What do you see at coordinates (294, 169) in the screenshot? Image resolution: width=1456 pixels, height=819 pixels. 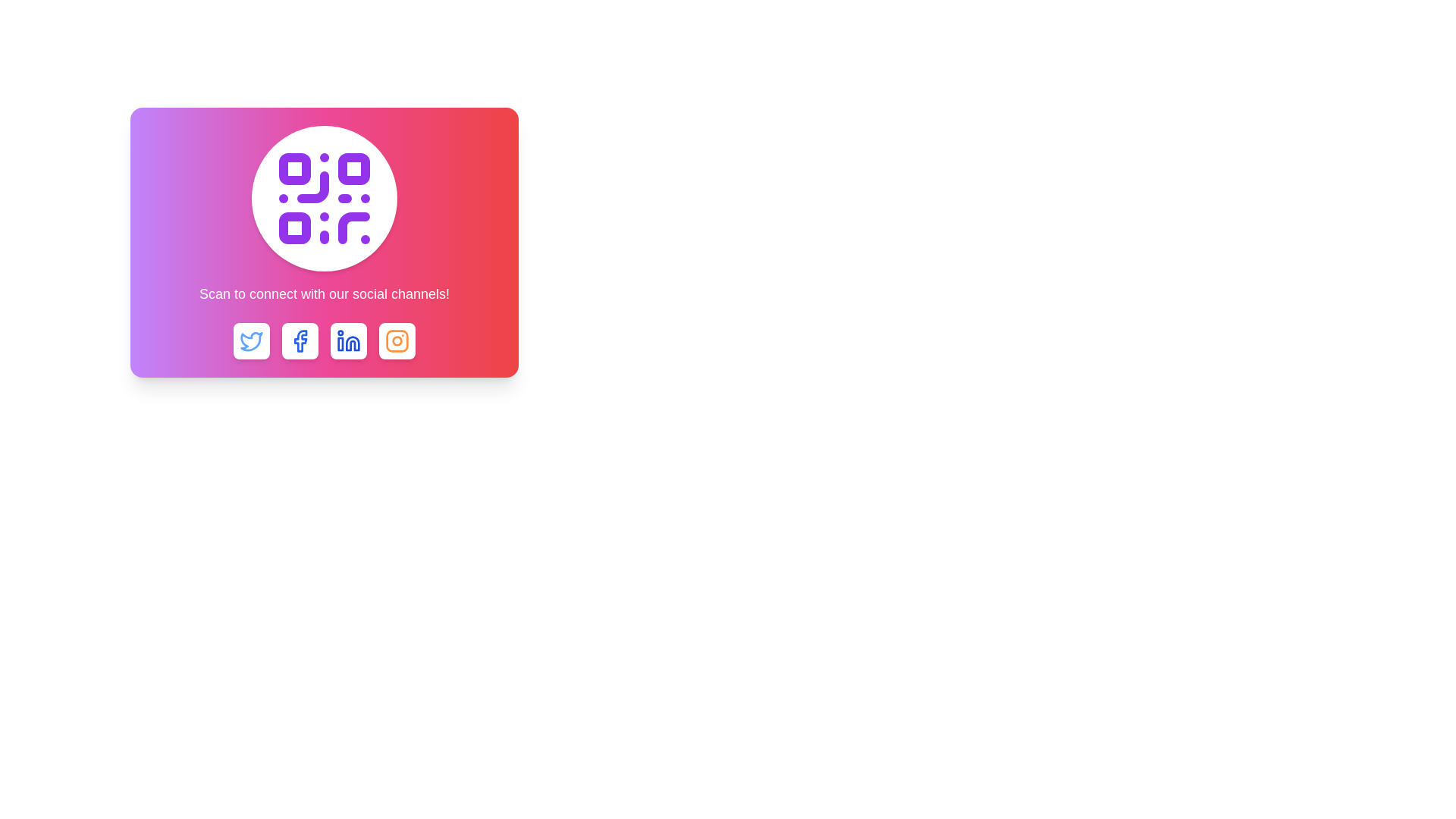 I see `the decorative graphical element that is the top-left square of the QR code icon` at bounding box center [294, 169].